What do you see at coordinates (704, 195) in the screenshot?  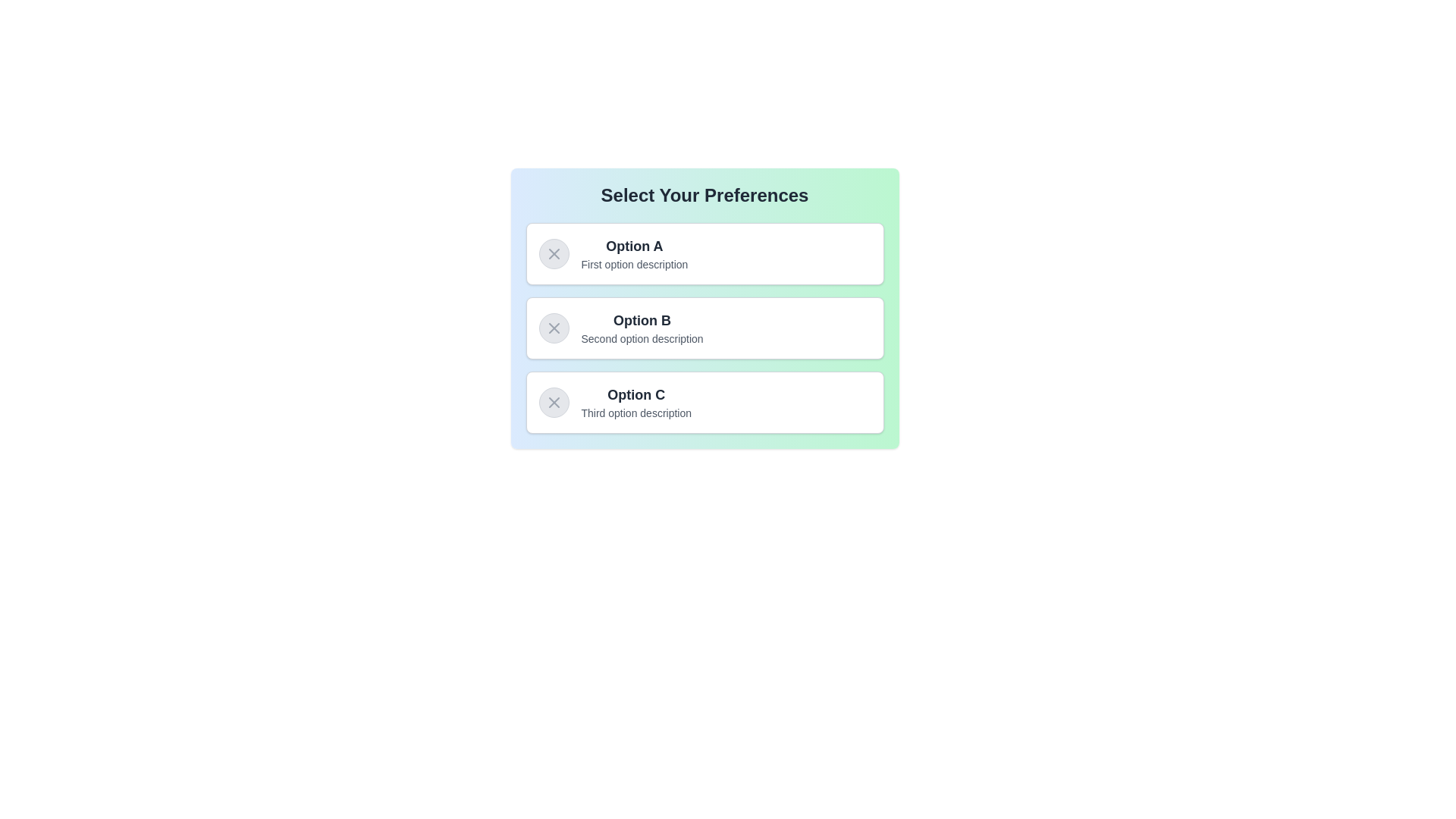 I see `the text block that serves as the title or heading of the section, which is located at the top of the options 'Option A', 'Option B', and 'Option C'` at bounding box center [704, 195].